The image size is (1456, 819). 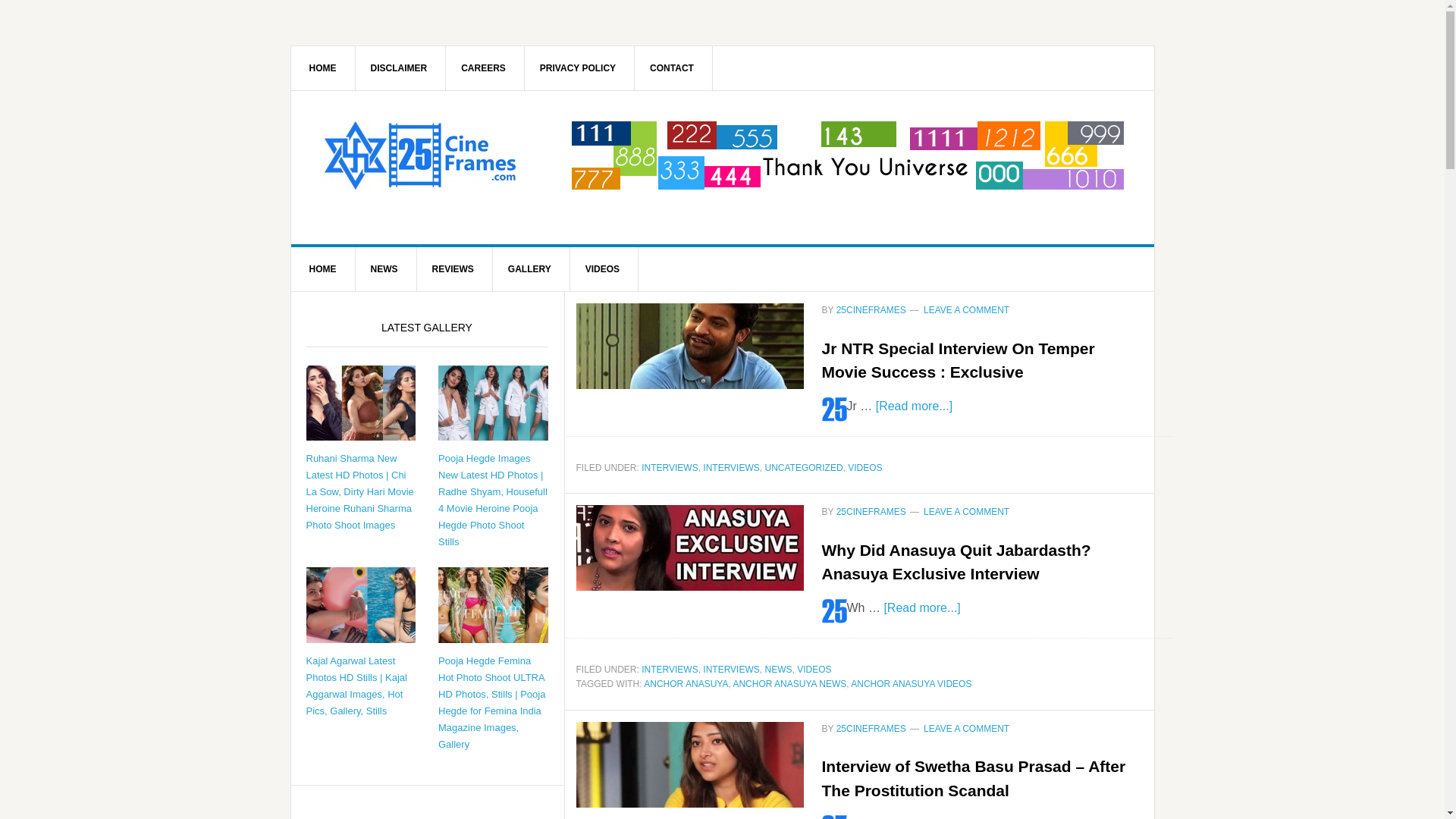 What do you see at coordinates (821, 360) in the screenshot?
I see `'Jr NTR Special Interview On Temper Movie Success : Exclusive'` at bounding box center [821, 360].